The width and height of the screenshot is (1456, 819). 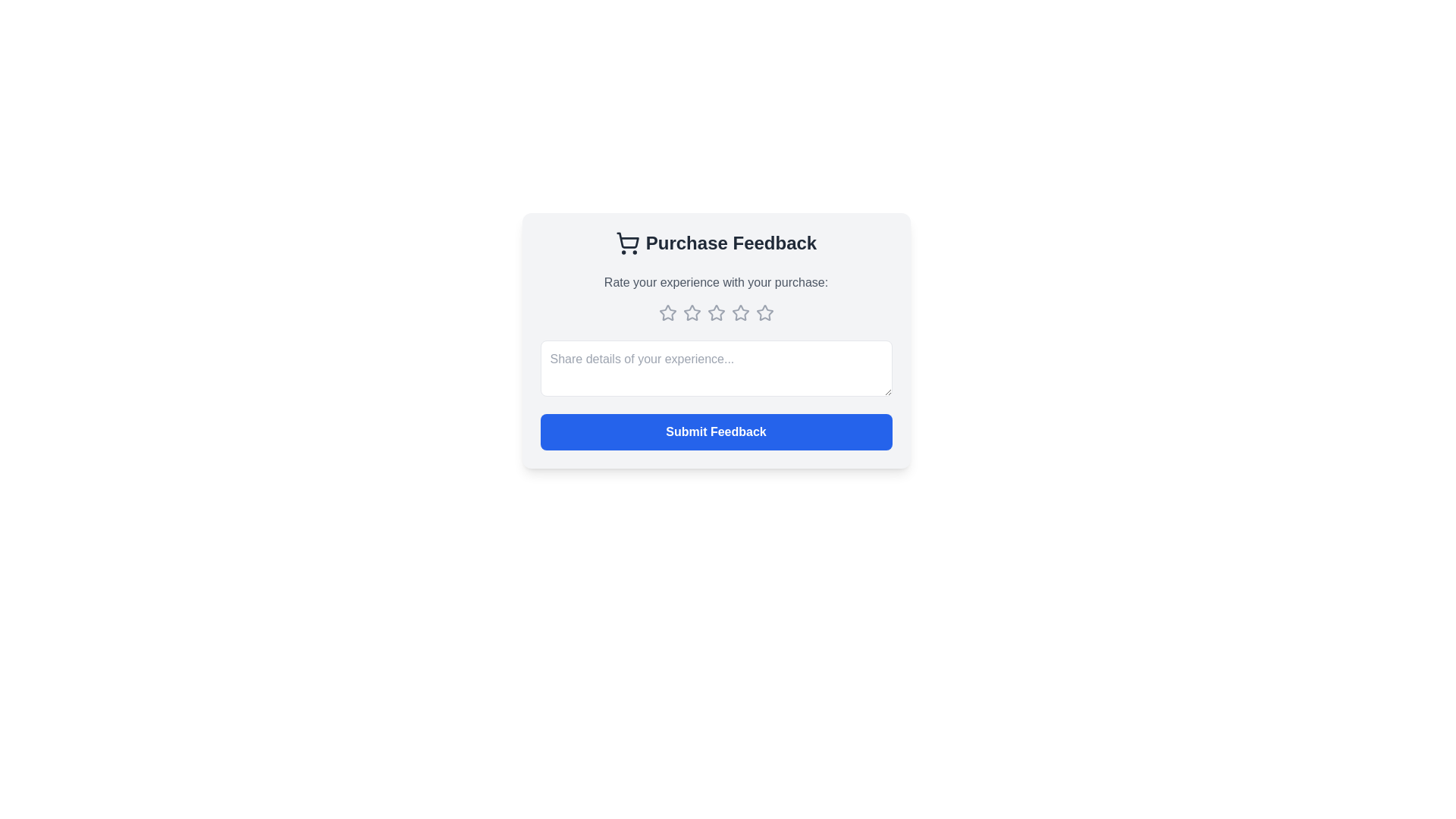 I want to click on the second rating star icon in the feedback form card, so click(x=691, y=312).